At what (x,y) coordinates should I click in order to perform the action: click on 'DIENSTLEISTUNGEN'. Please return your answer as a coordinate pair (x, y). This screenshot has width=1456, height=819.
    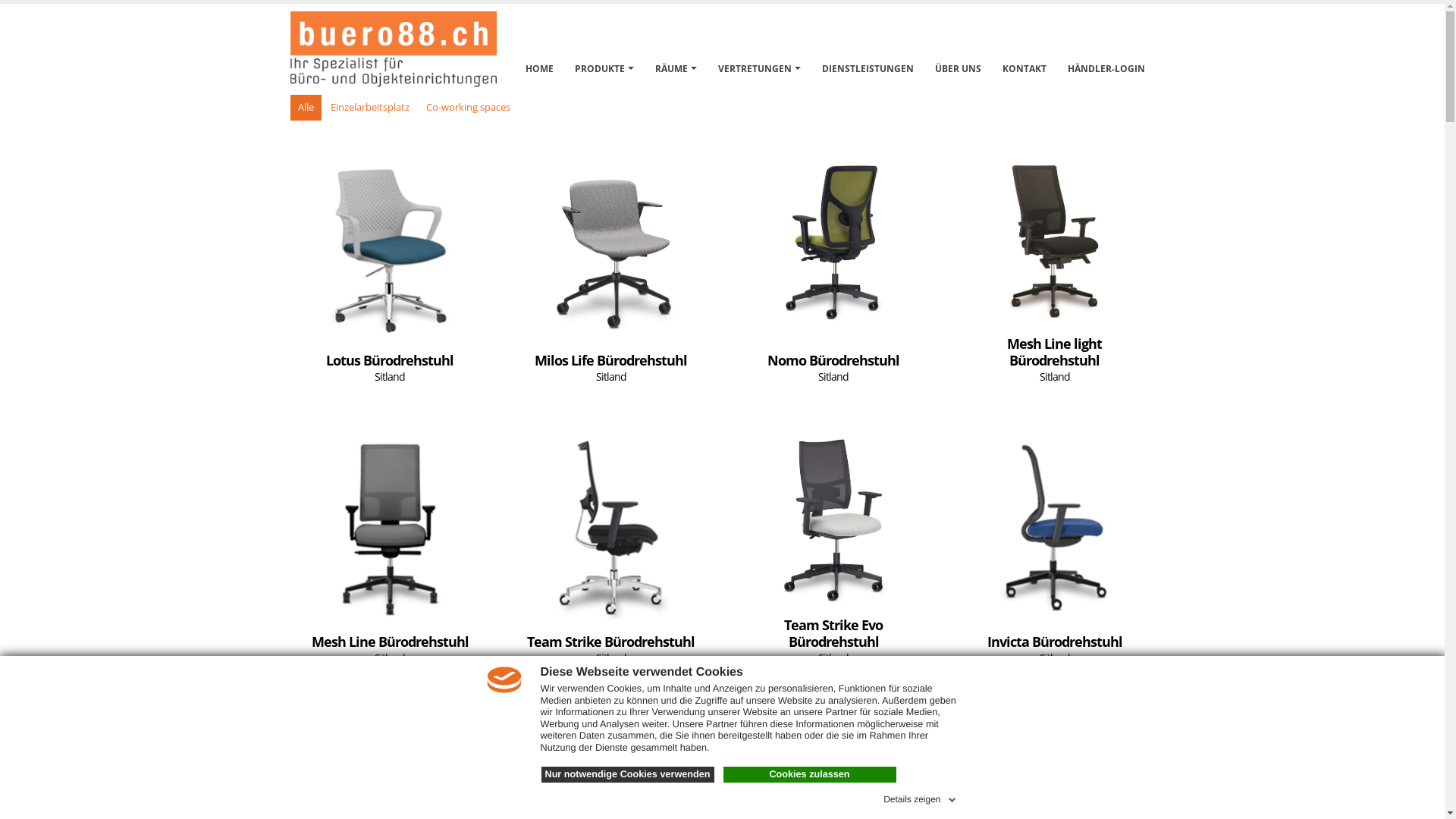
    Looking at the image, I should click on (867, 52).